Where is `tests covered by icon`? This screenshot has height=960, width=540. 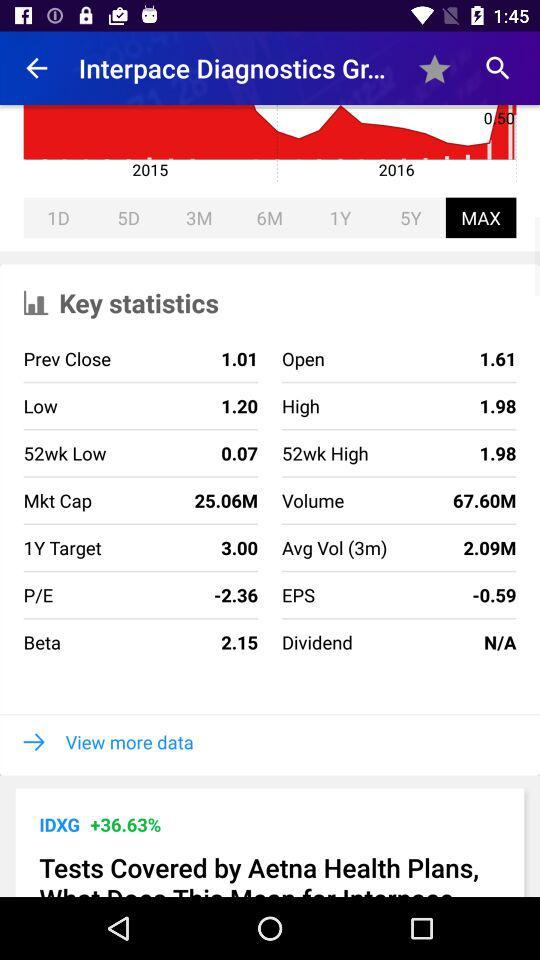 tests covered by icon is located at coordinates (270, 872).